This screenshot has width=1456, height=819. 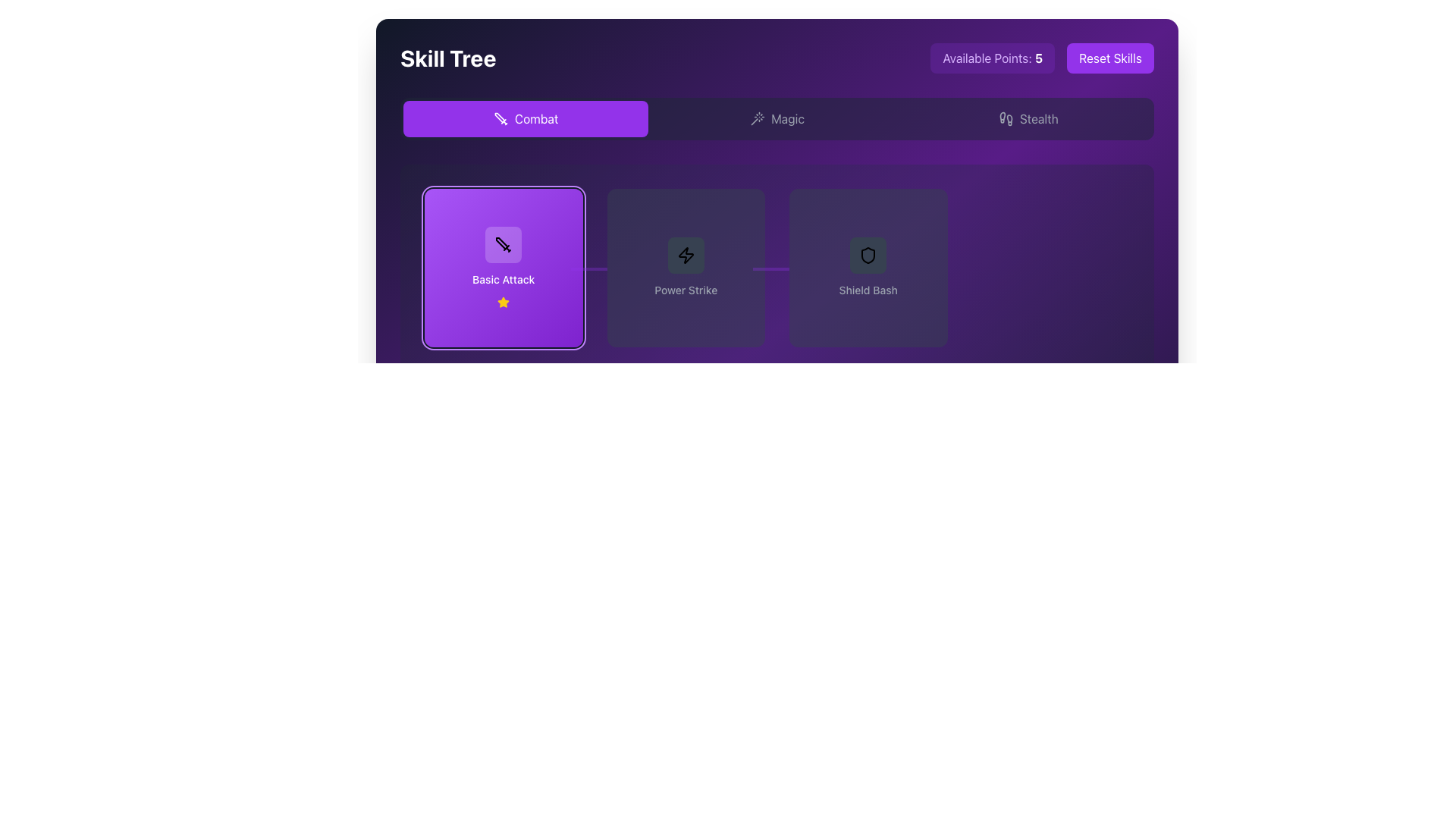 What do you see at coordinates (685, 255) in the screenshot?
I see `the lightning bolt icon that represents the 'Power Strike' skill` at bounding box center [685, 255].